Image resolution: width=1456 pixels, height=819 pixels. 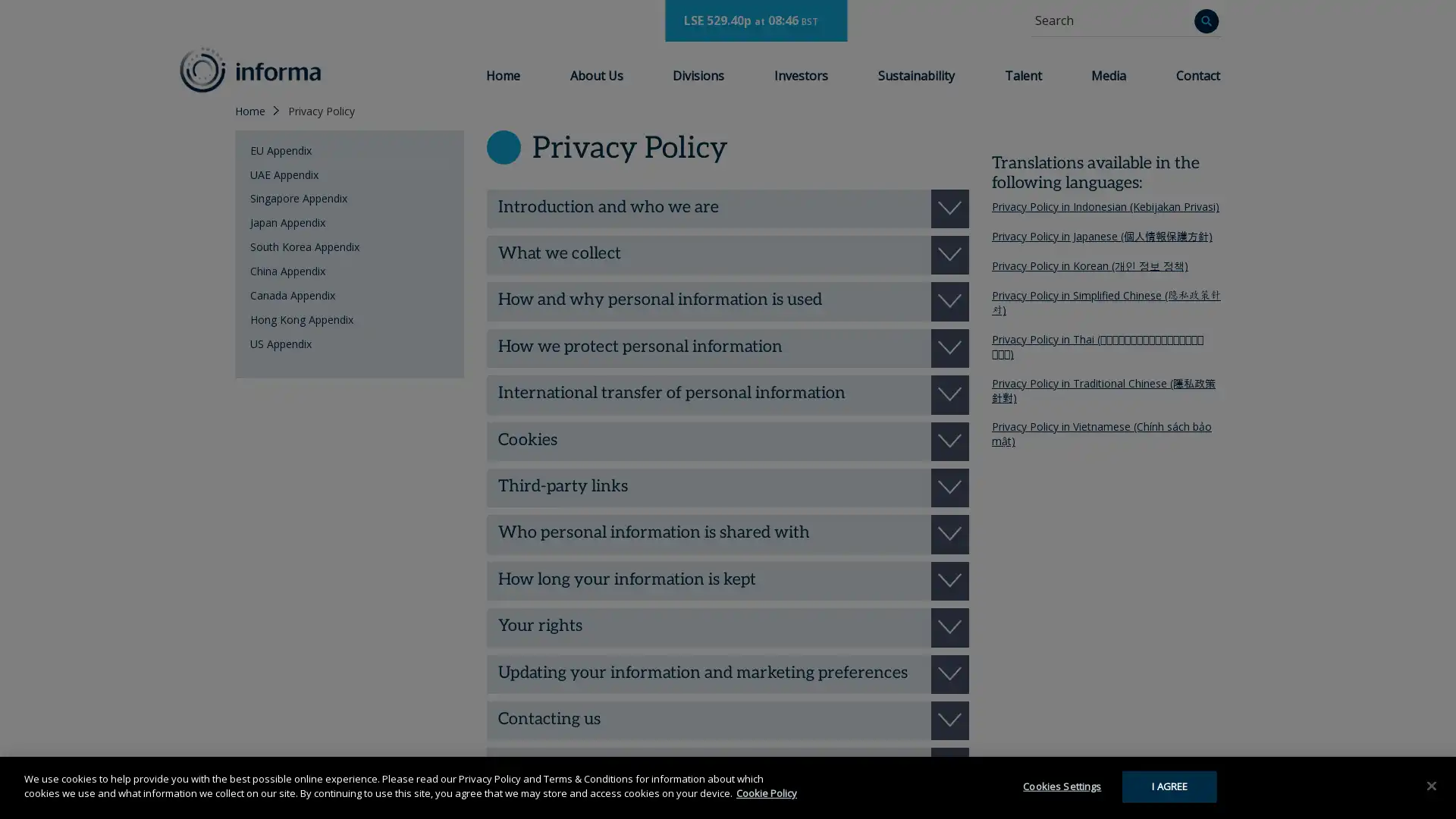 What do you see at coordinates (1061, 786) in the screenshot?
I see `Cookies Settings` at bounding box center [1061, 786].